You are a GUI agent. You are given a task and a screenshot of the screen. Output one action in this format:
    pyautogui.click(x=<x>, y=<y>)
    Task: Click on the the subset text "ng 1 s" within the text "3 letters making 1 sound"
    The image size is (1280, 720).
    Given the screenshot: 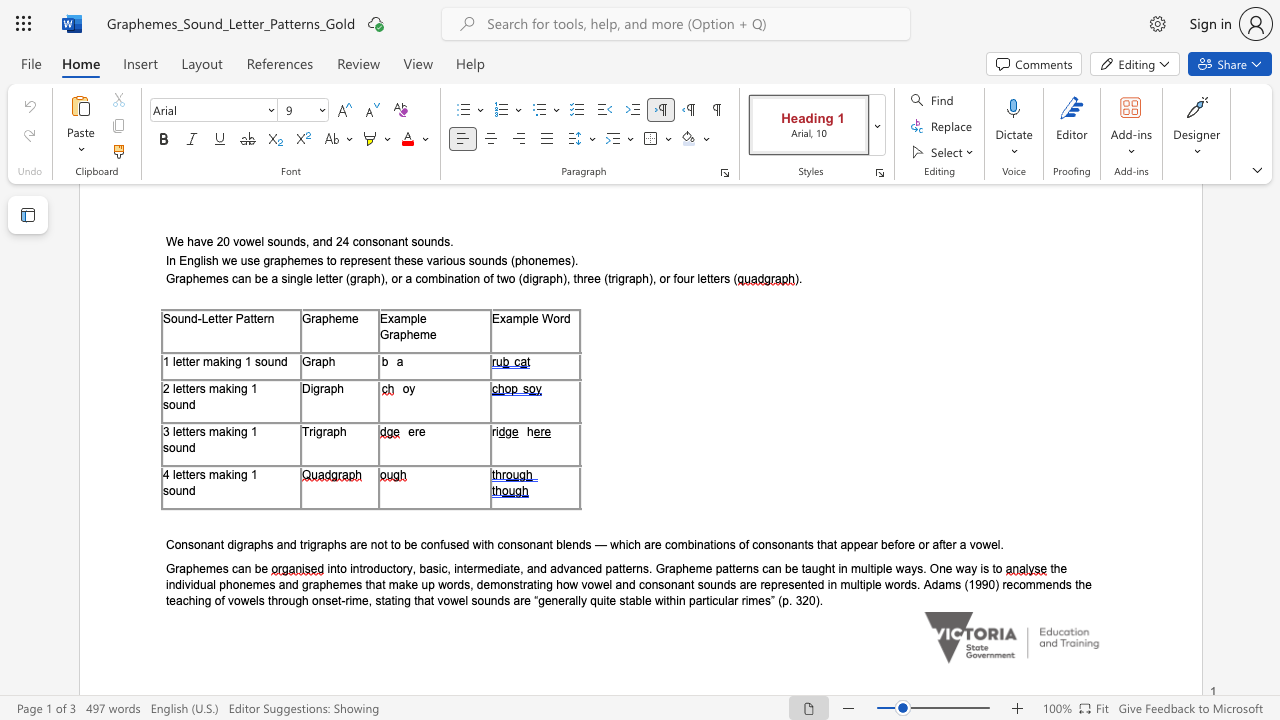 What is the action you would take?
    pyautogui.click(x=234, y=430)
    